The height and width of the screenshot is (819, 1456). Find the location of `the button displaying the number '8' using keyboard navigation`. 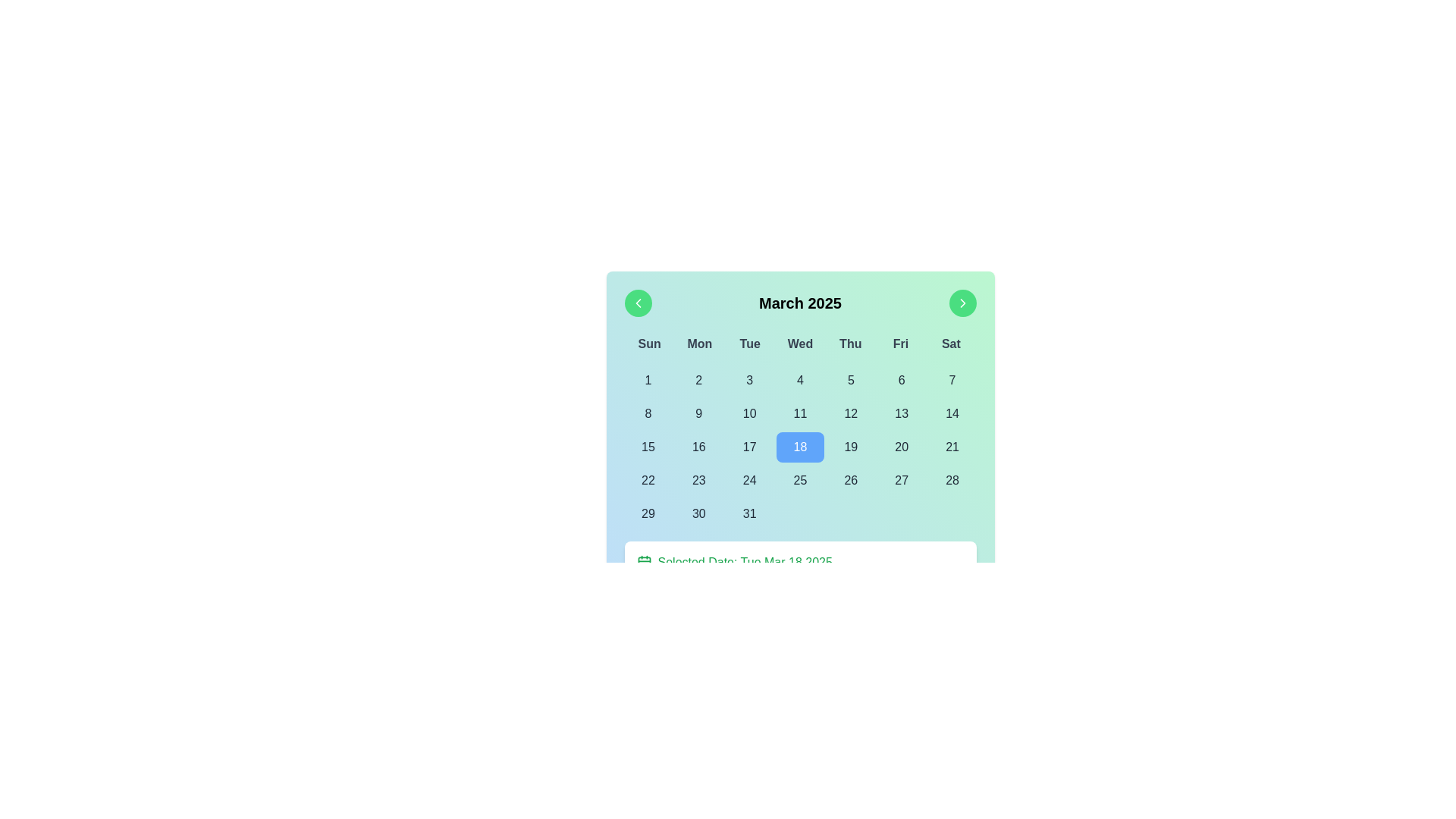

the button displaying the number '8' using keyboard navigation is located at coordinates (648, 414).